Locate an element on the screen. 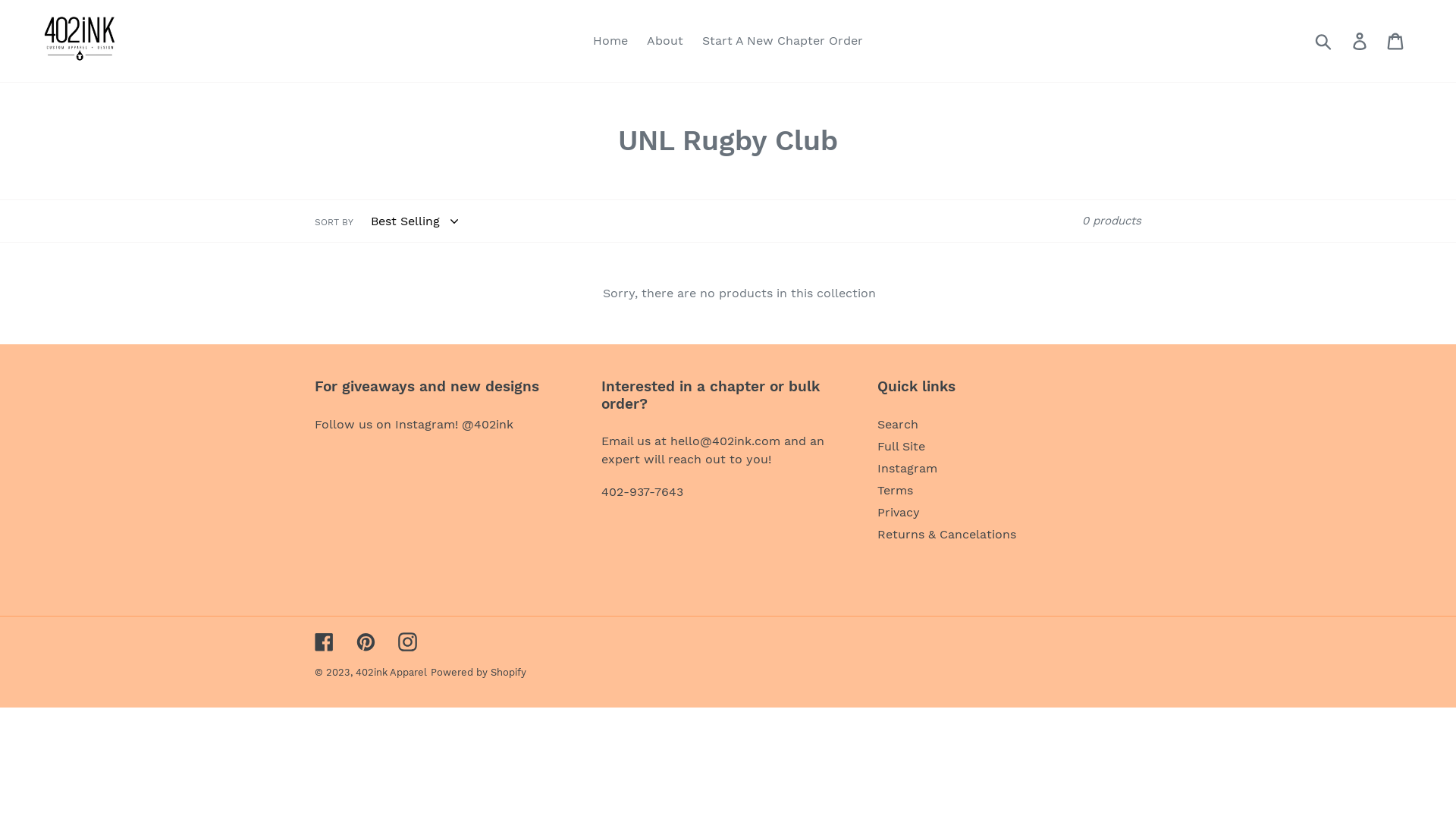  'Terms' is located at coordinates (895, 490).